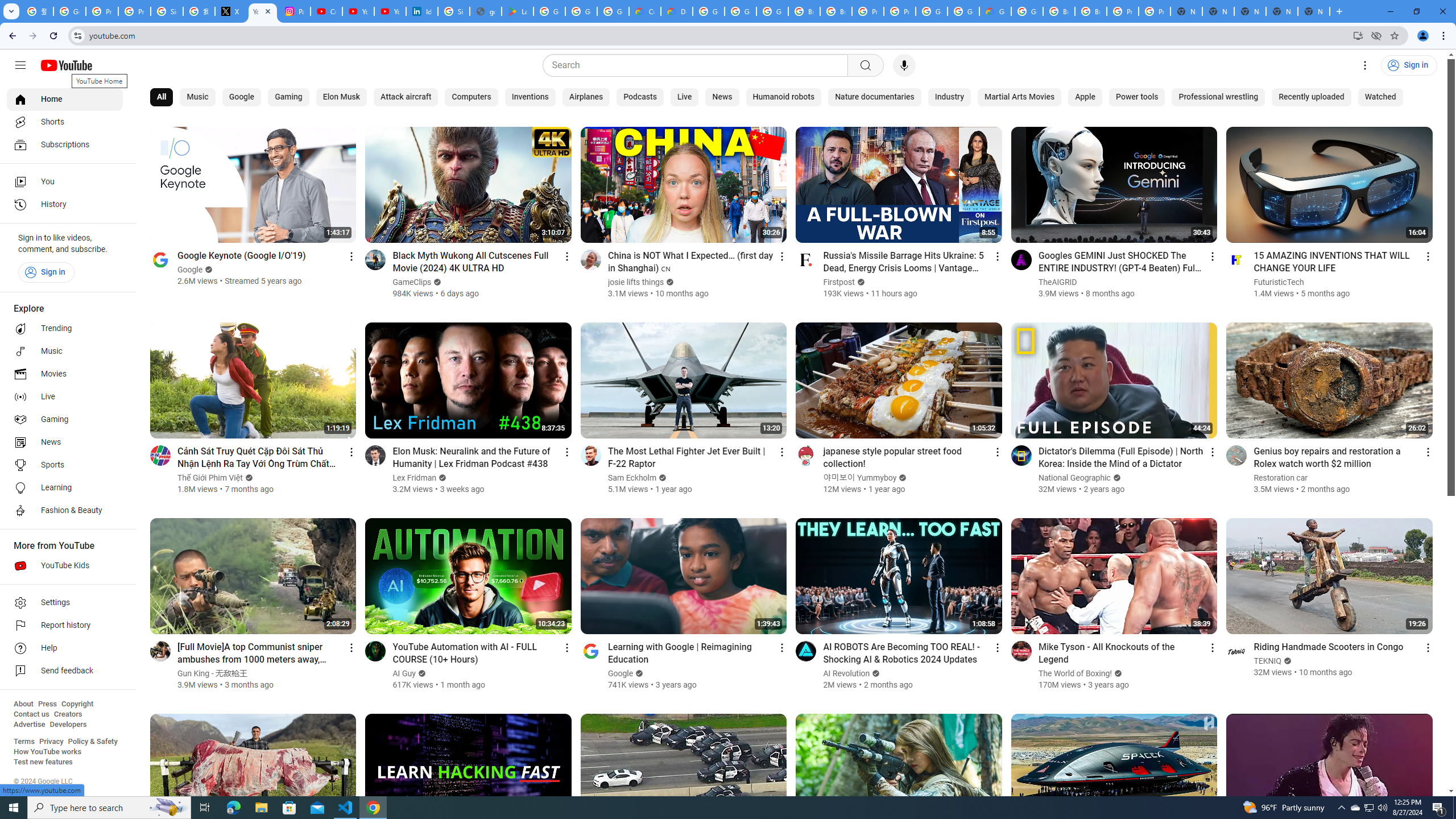 The height and width of the screenshot is (819, 1456). Describe the element at coordinates (1314, 11) in the screenshot. I see `'New Tab'` at that location.